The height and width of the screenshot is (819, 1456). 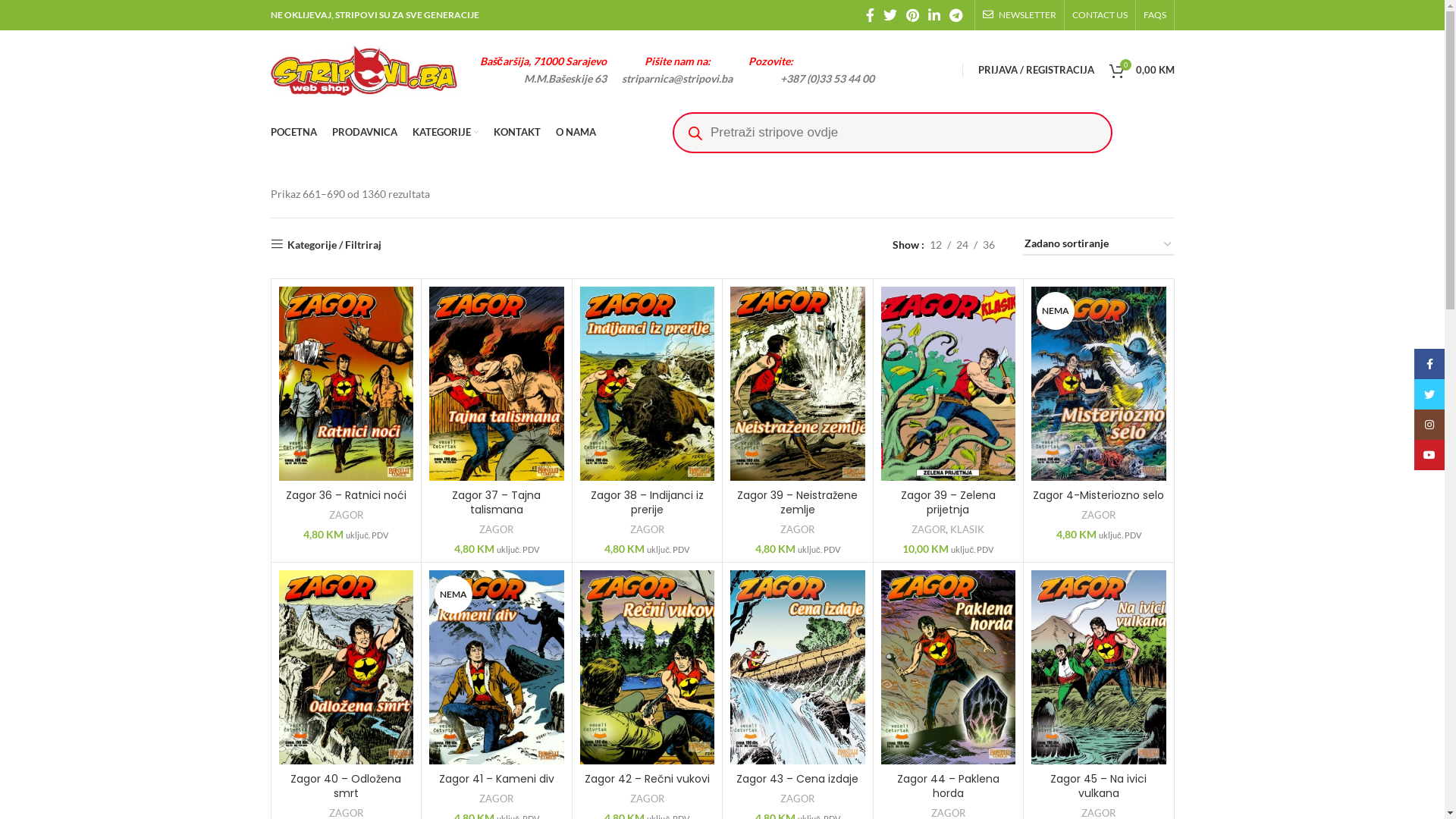 I want to click on 'PRODAVNICA', so click(x=364, y=131).